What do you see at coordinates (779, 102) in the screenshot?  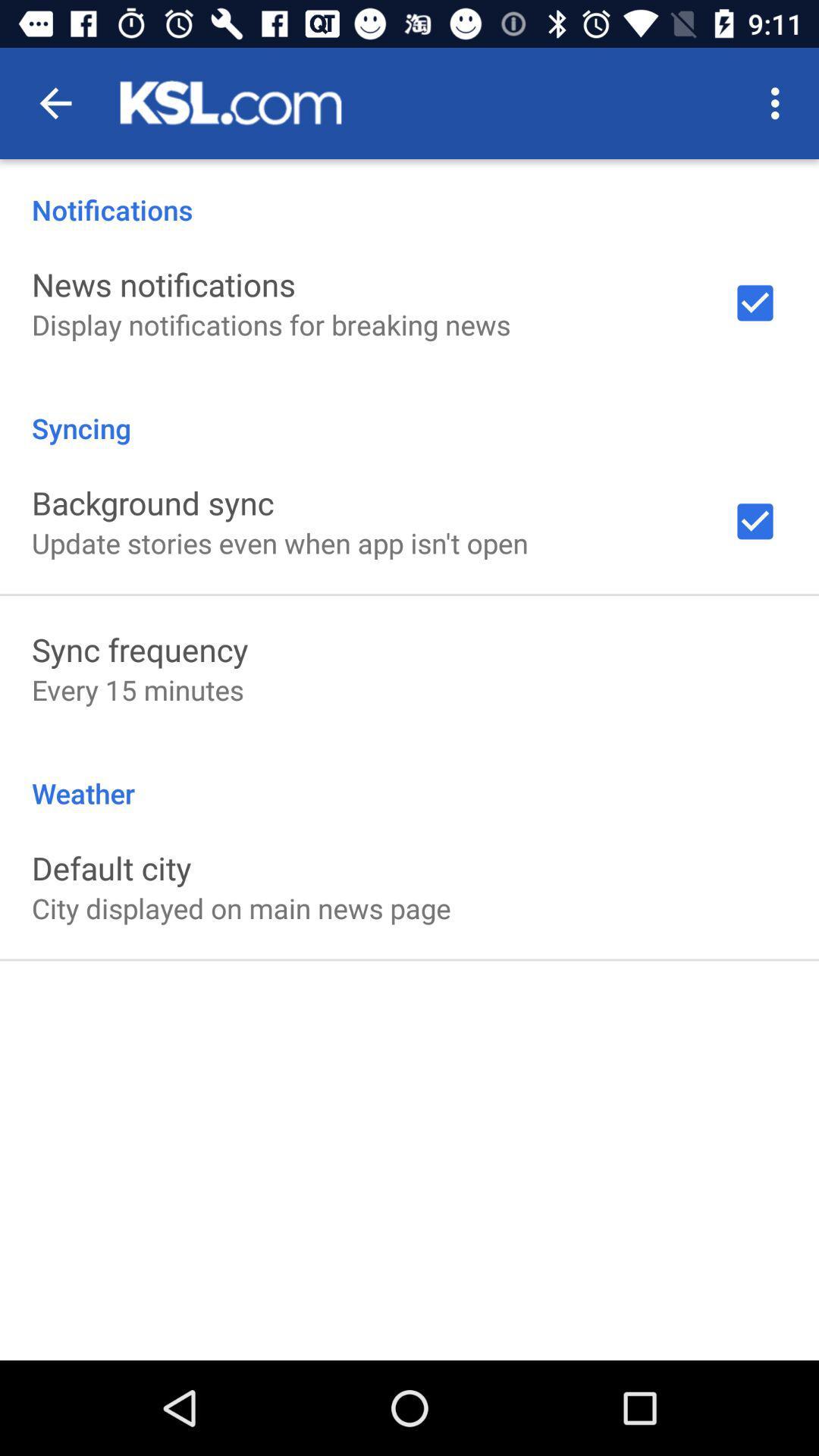 I see `the app above the notifications` at bounding box center [779, 102].